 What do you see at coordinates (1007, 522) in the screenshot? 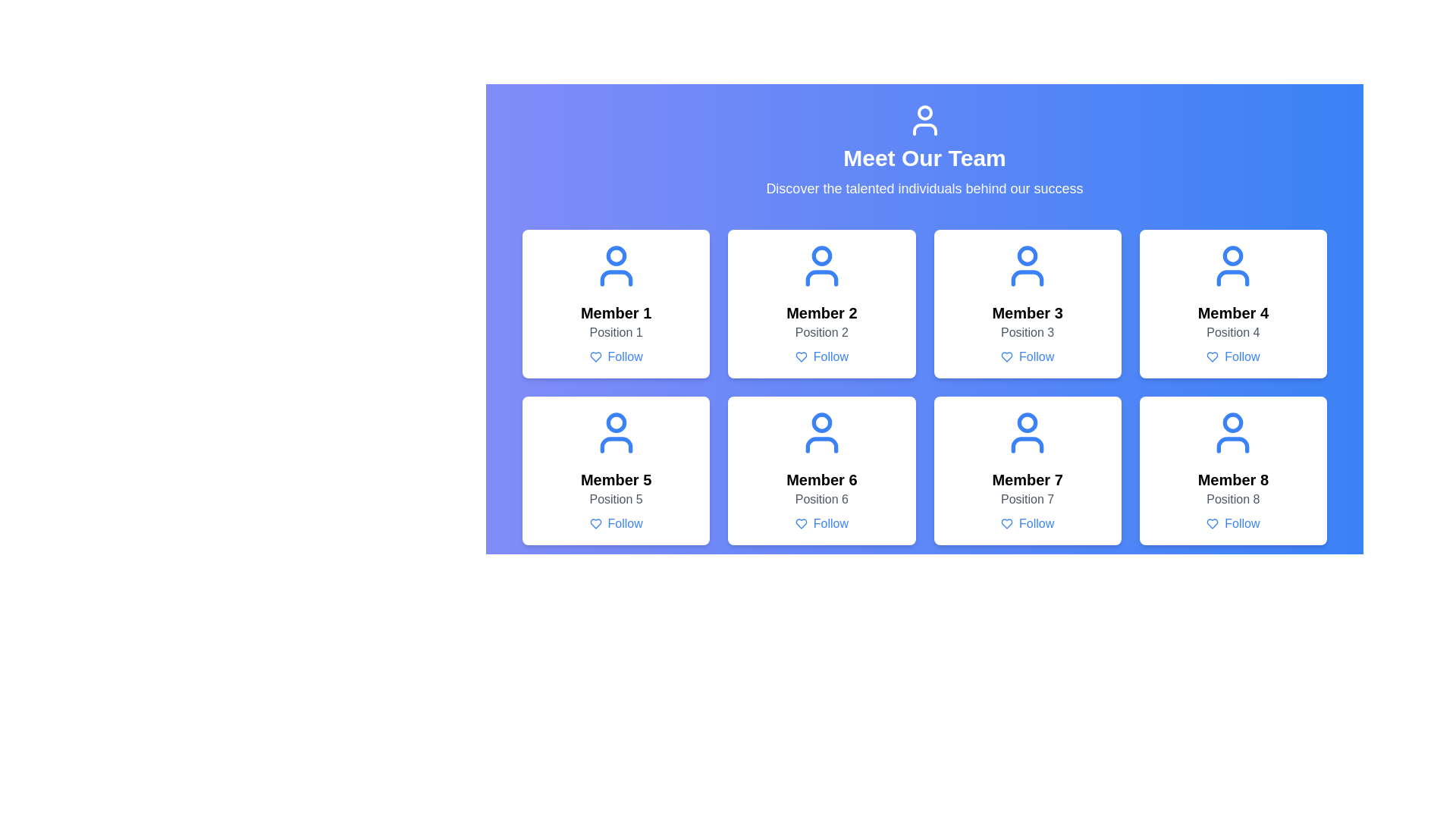
I see `the heart-shaped follow icon for Member 7 located at the bottom-center of the interface` at bounding box center [1007, 522].